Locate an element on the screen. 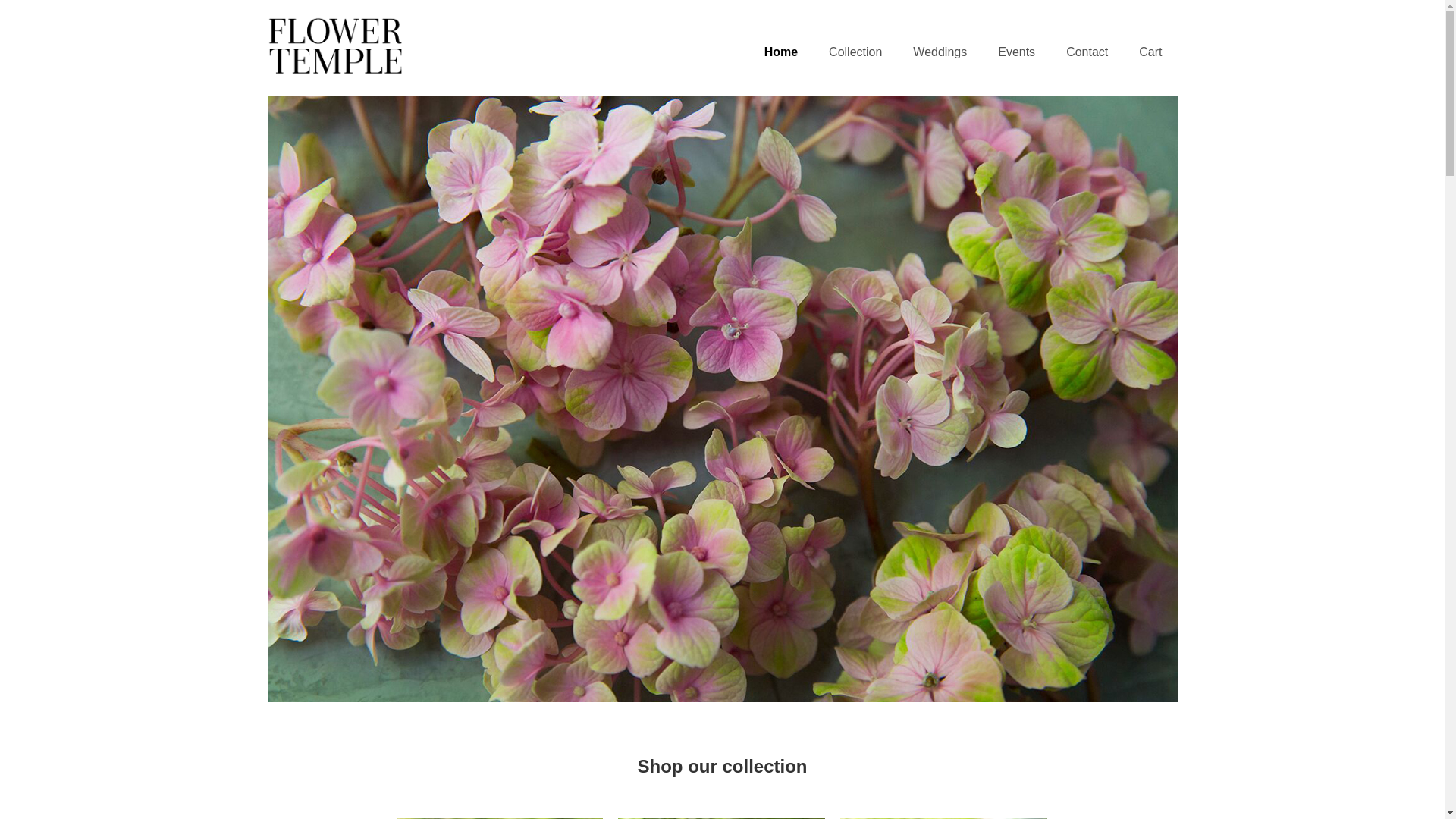 This screenshot has height=819, width=1456. 'Events' is located at coordinates (1016, 52).